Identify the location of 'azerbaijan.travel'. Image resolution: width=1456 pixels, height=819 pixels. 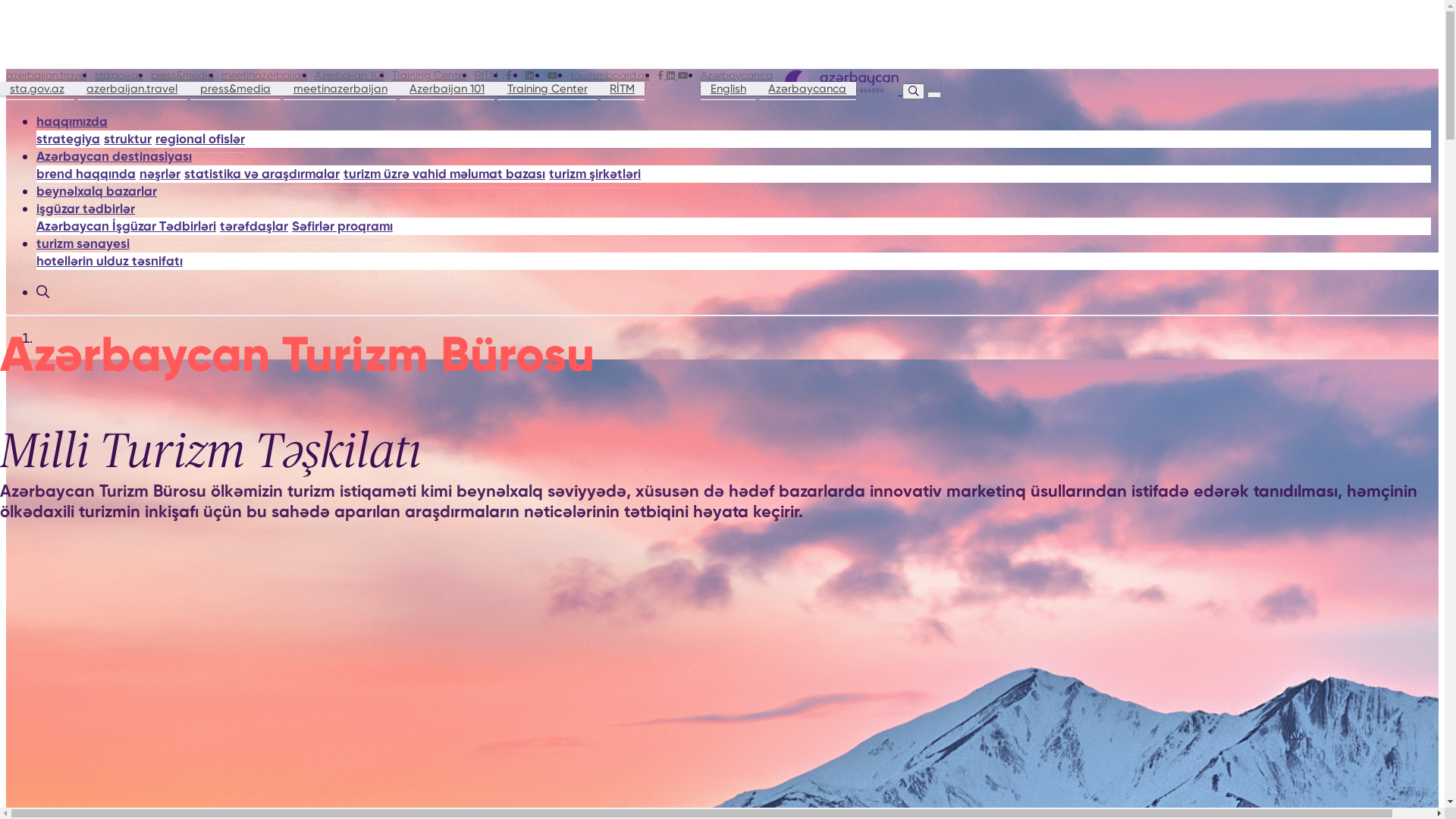
(76, 89).